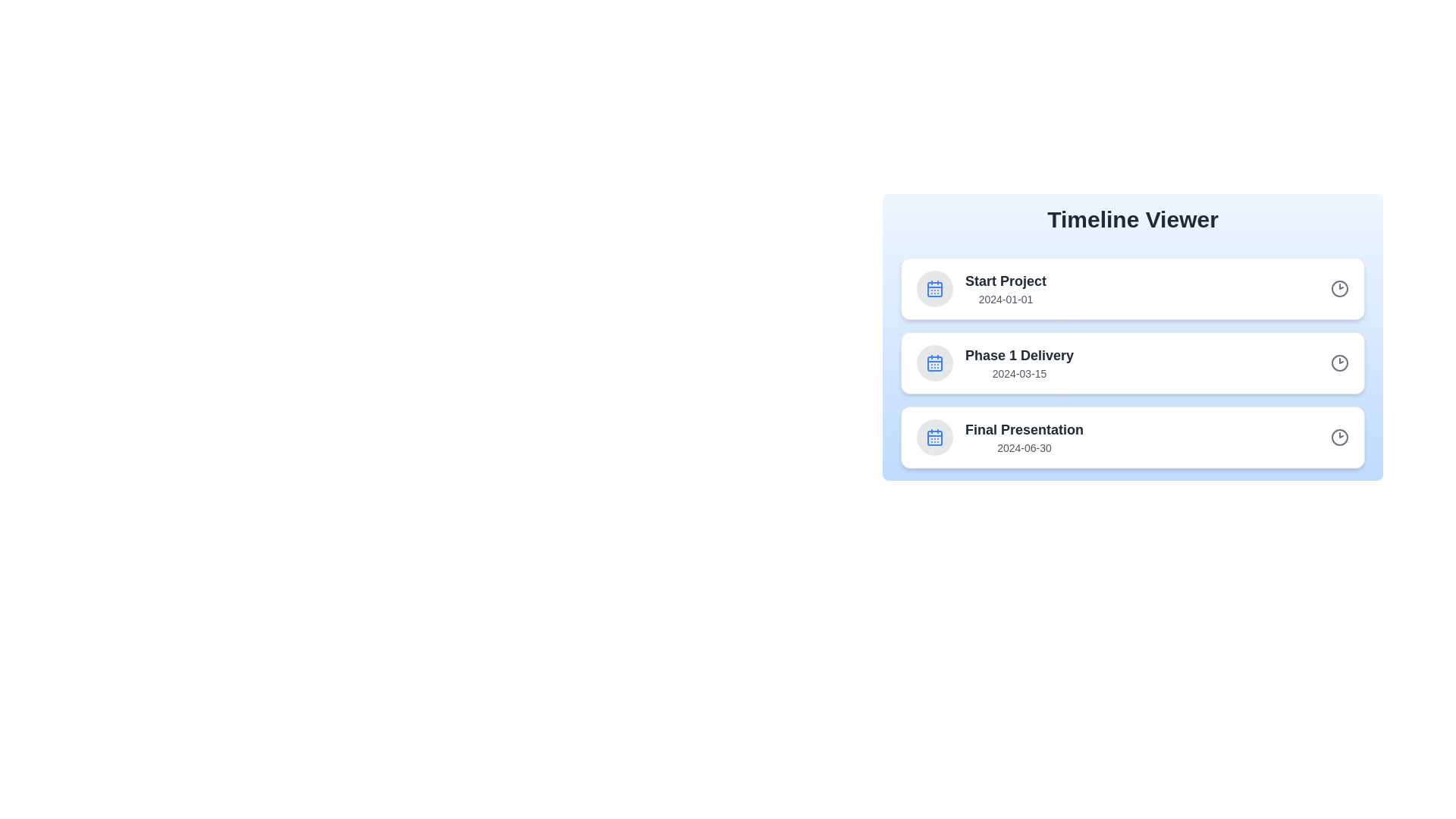  I want to click on and copy the text content from the text block titled 'Phase 1 Delivery' with the date '2024-03-15', located in the center part of the timeline viewer, between 'Start Project' and 'Final Presentation', so click(1019, 362).